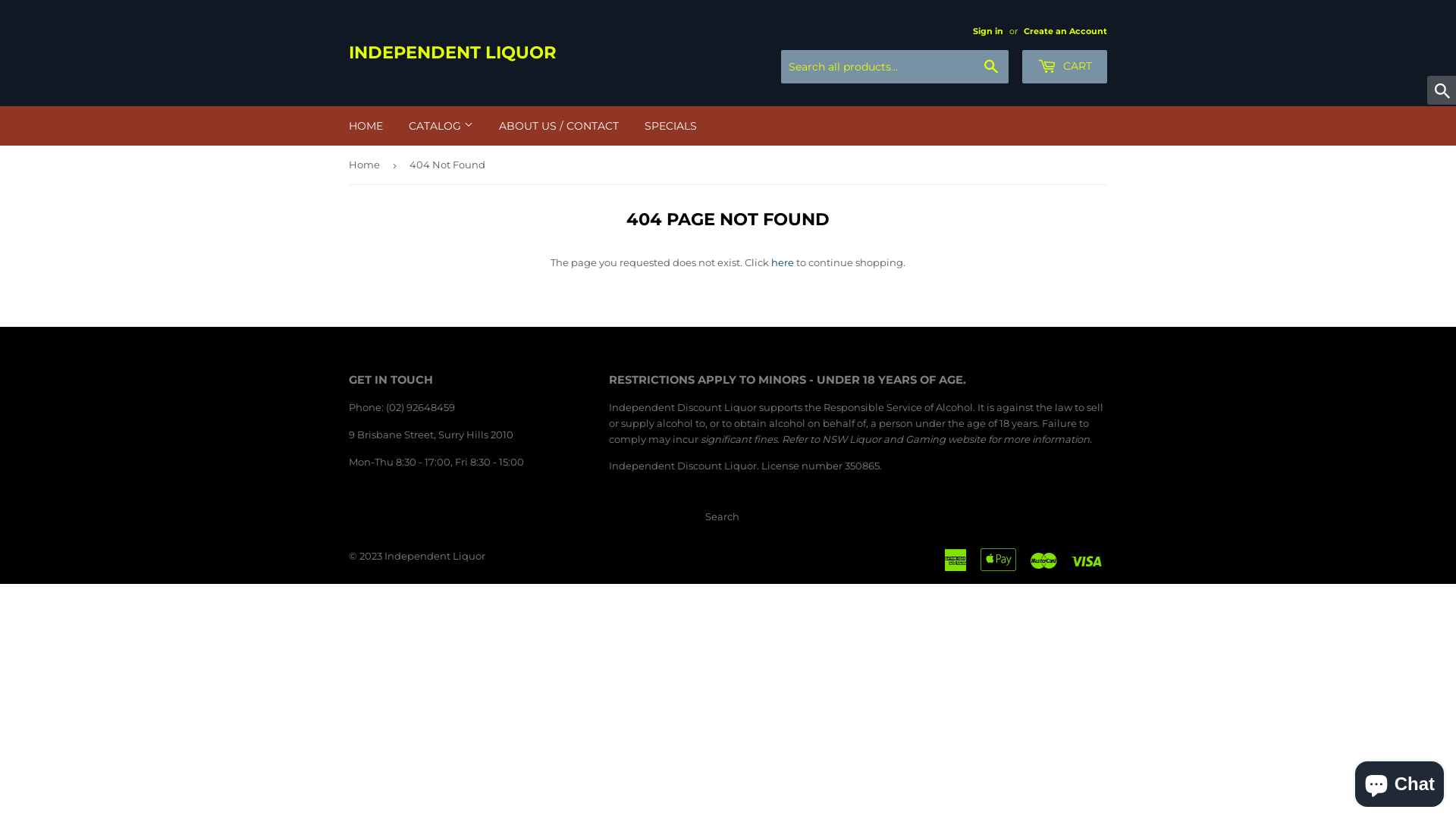 The width and height of the screenshot is (1456, 819). I want to click on 'ABOUT US / CONTACT', so click(558, 124).